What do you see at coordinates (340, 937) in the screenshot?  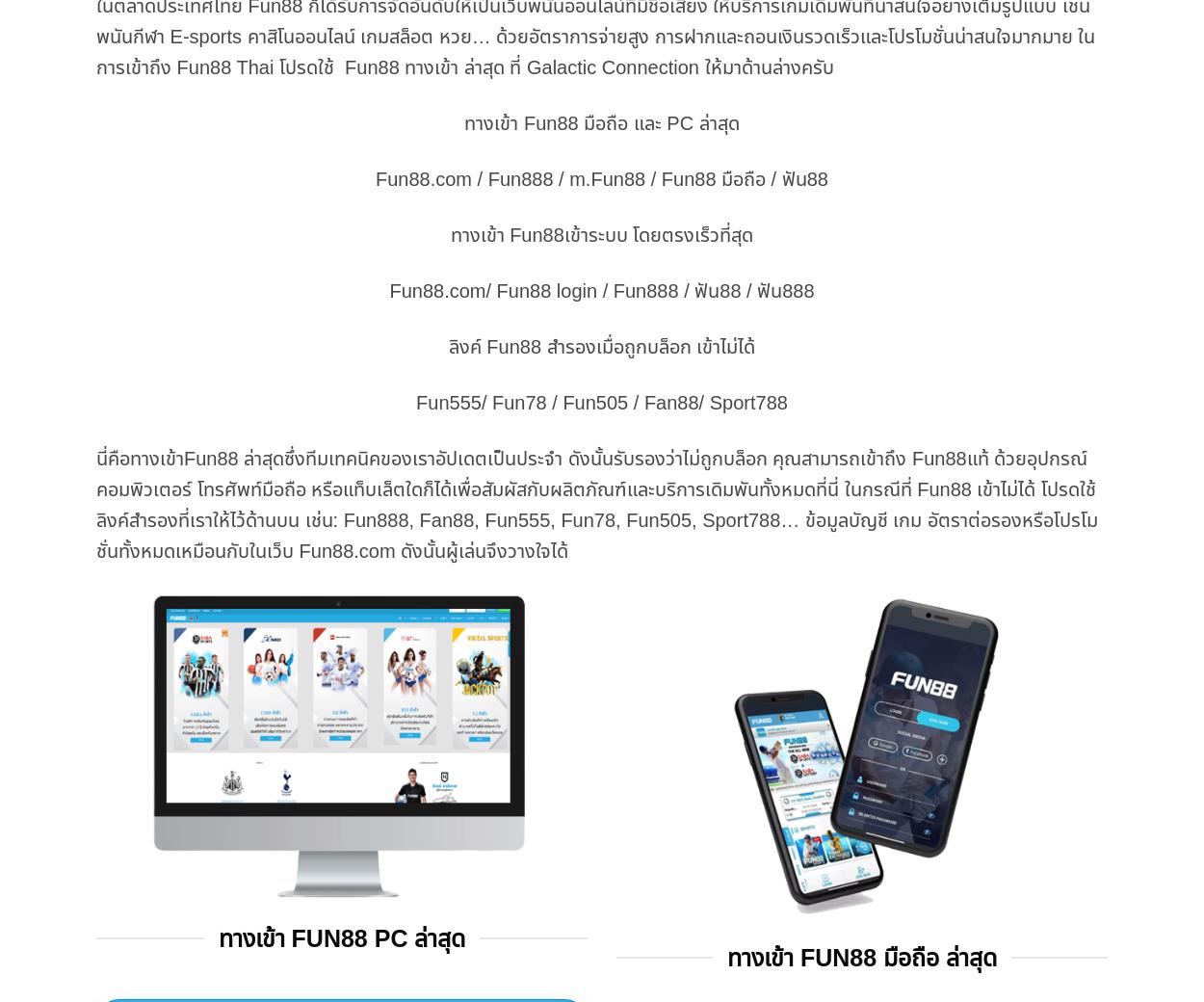 I see `'ทางเข้า Fun88 PC ล่าสุด'` at bounding box center [340, 937].